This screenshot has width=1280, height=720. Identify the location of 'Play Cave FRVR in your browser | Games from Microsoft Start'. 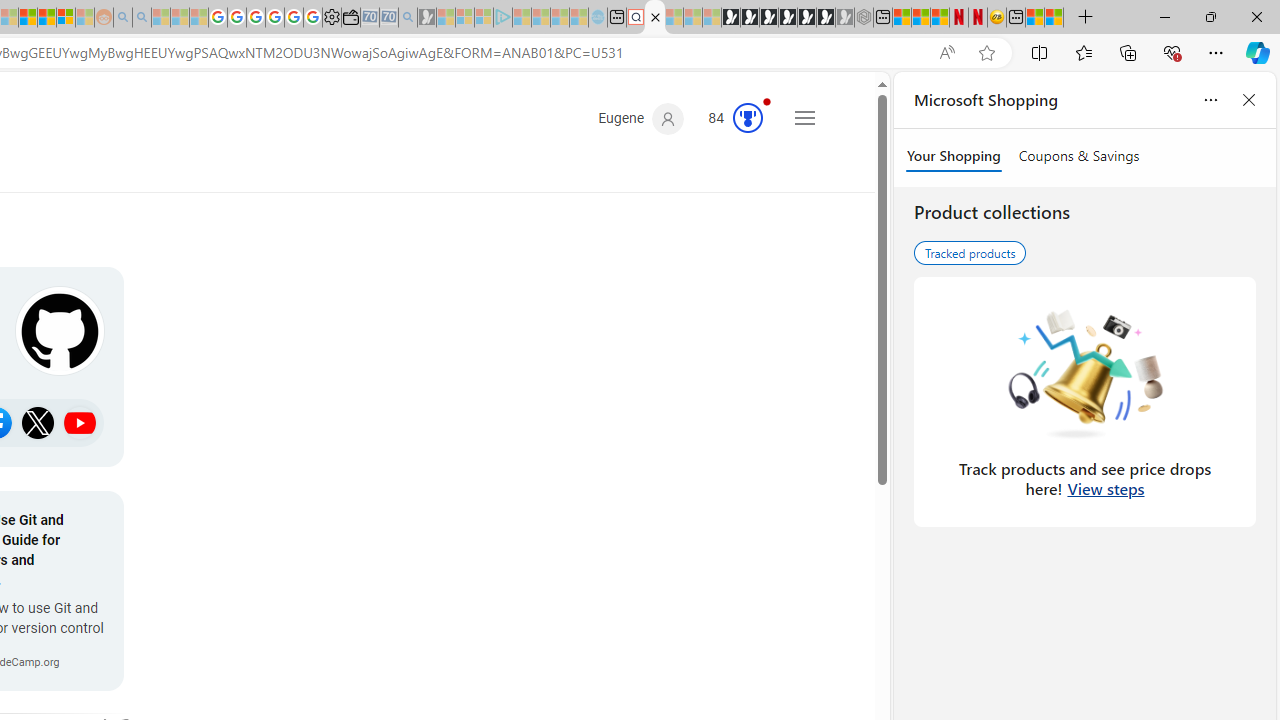
(768, 17).